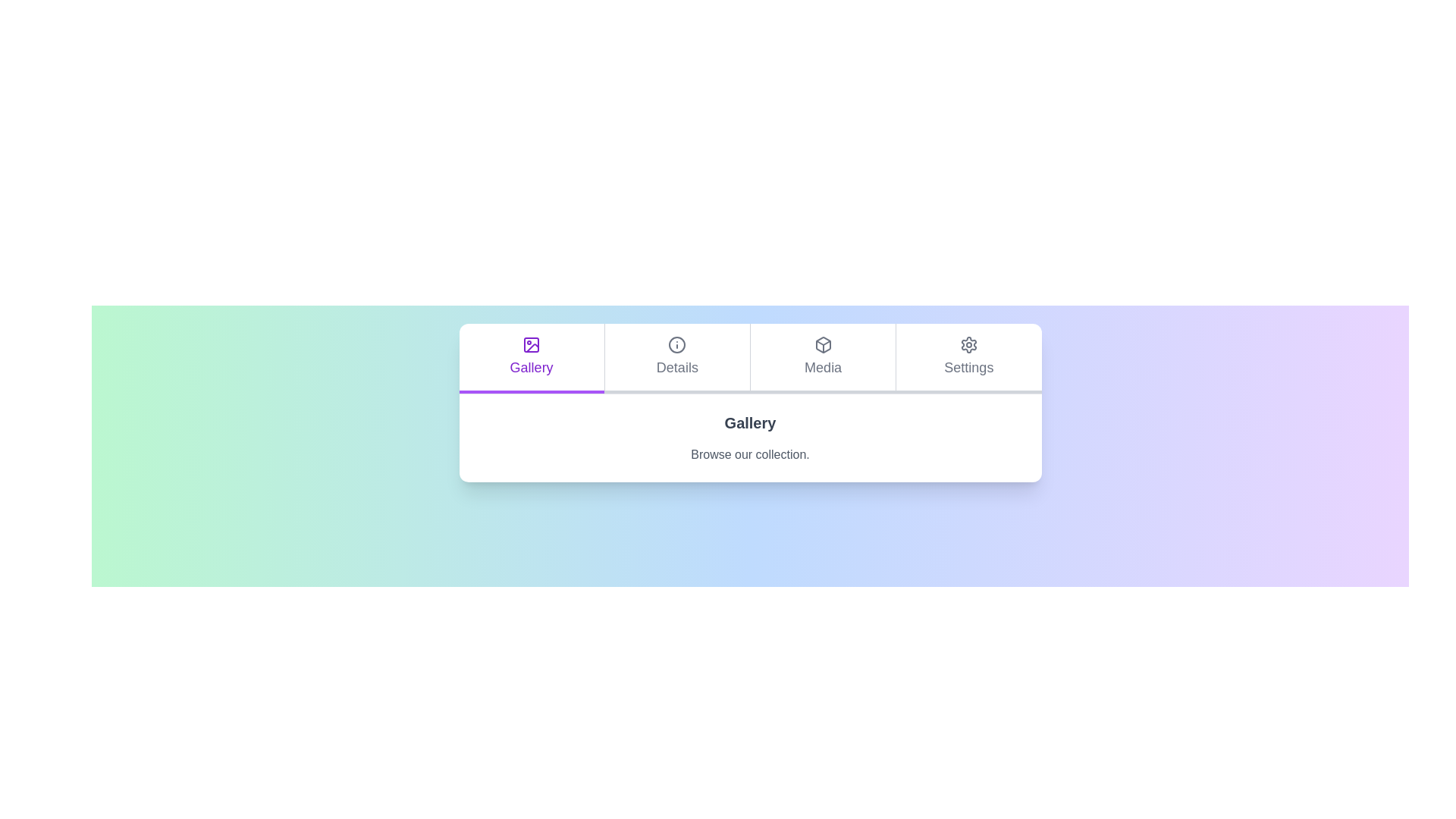 This screenshot has width=1456, height=819. What do you see at coordinates (532, 359) in the screenshot?
I see `the Gallery tab by clicking on its label` at bounding box center [532, 359].